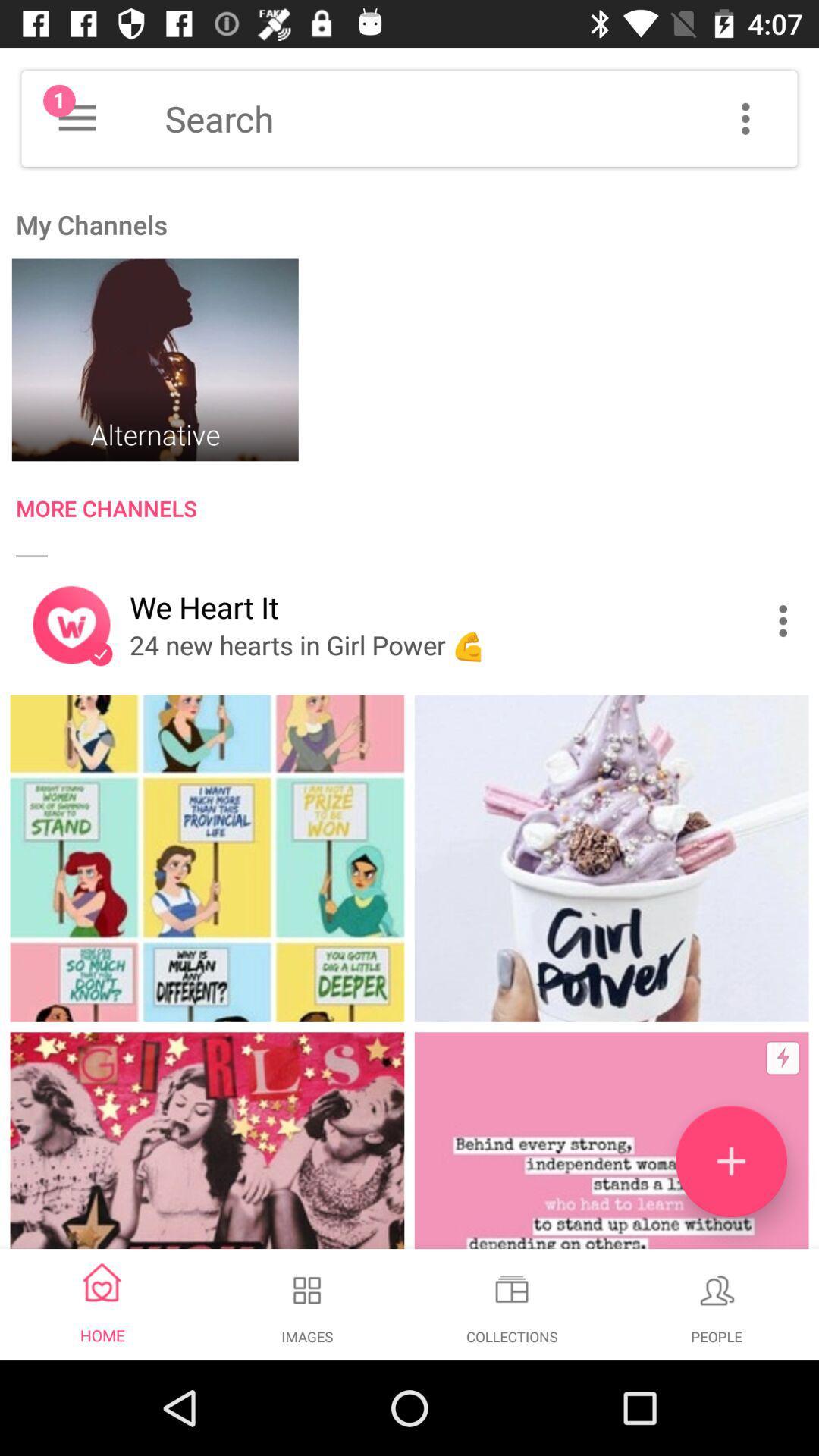 The image size is (819, 1456). What do you see at coordinates (610, 858) in the screenshot?
I see `the picture above the plus button` at bounding box center [610, 858].